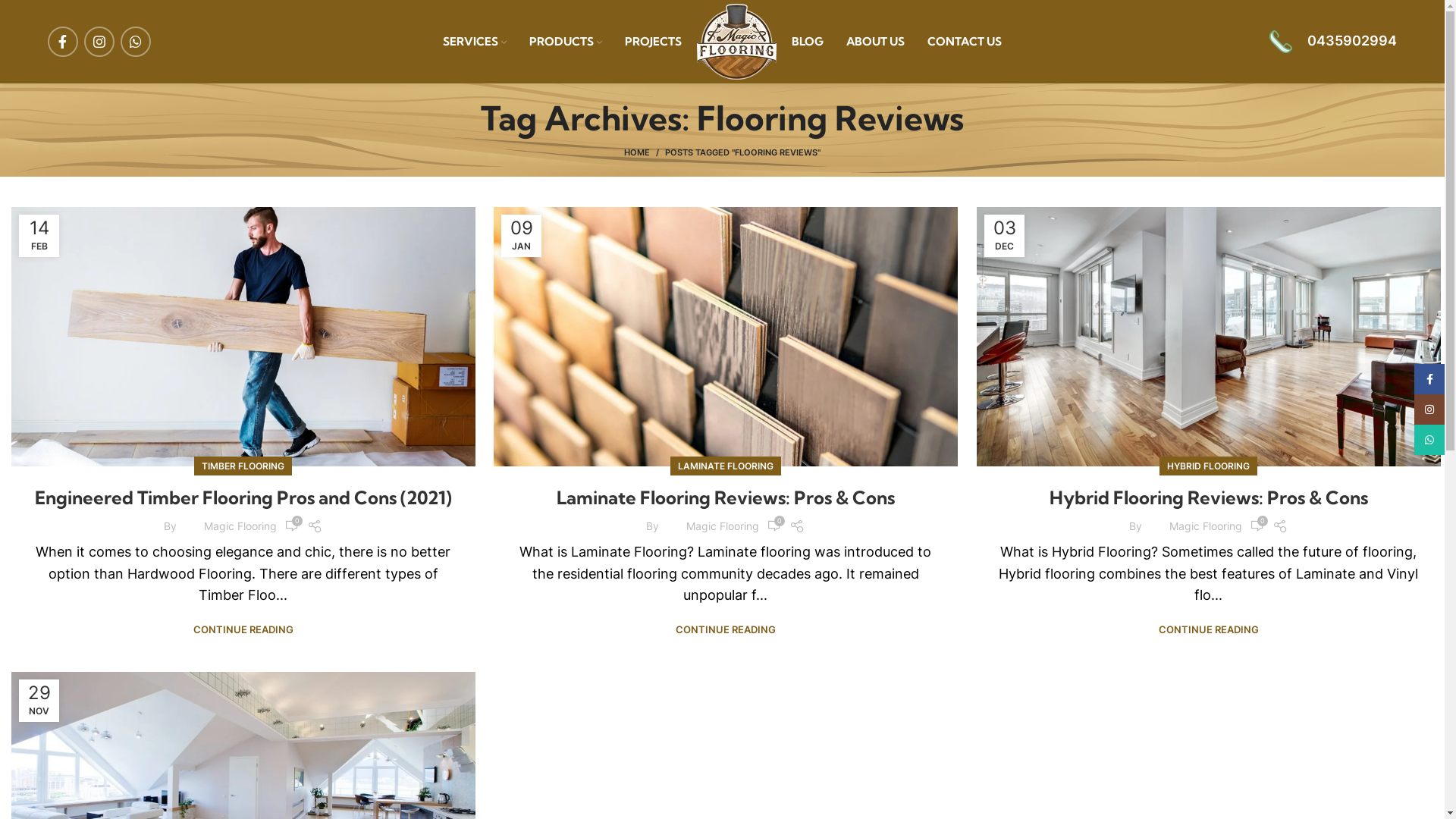  Describe the element at coordinates (39, 236) in the screenshot. I see `'14` at that location.